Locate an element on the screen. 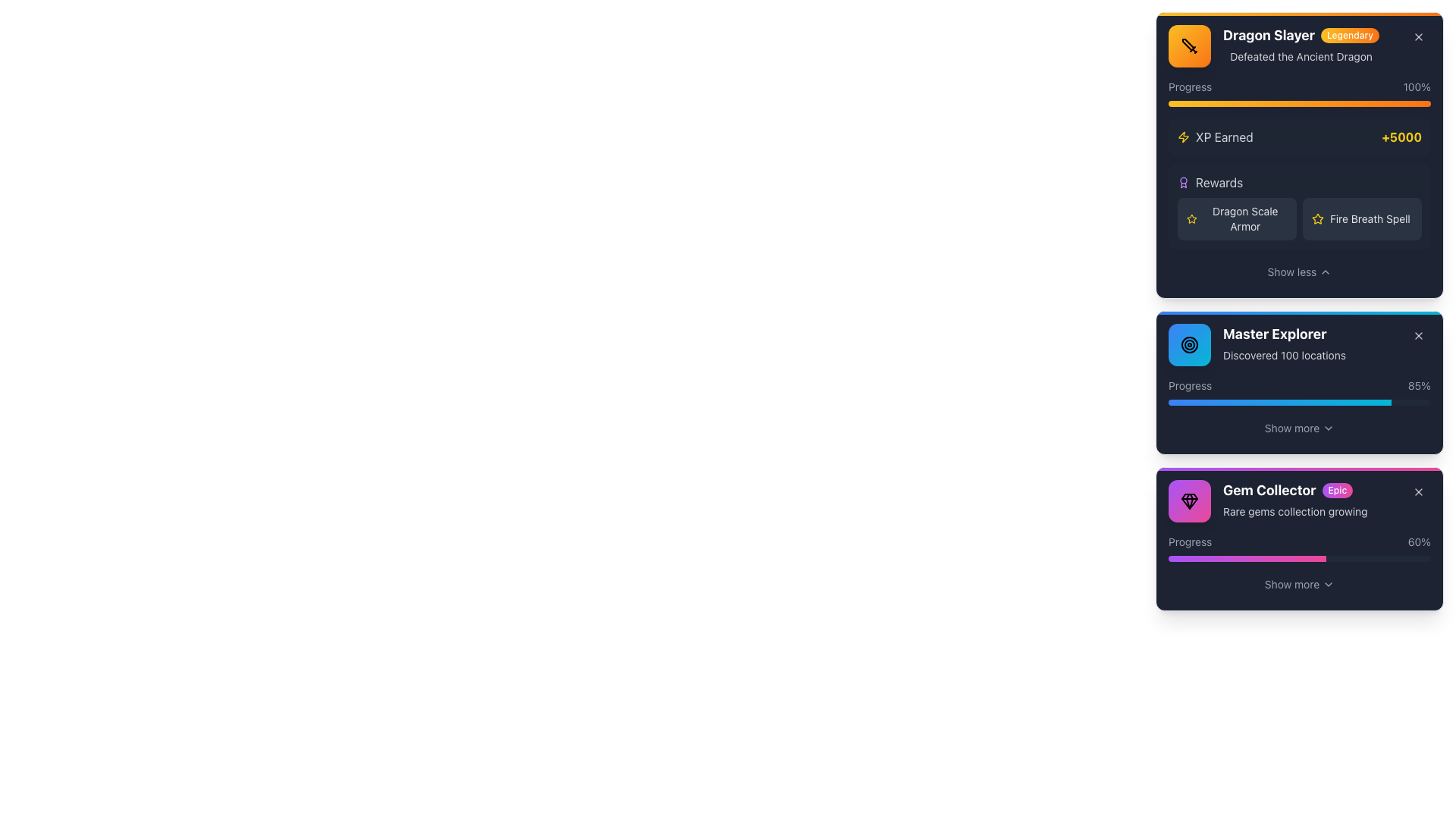 The width and height of the screenshot is (1456, 819). the badge labeled 'Legendary' in the Header component of the card is located at coordinates (1298, 45).